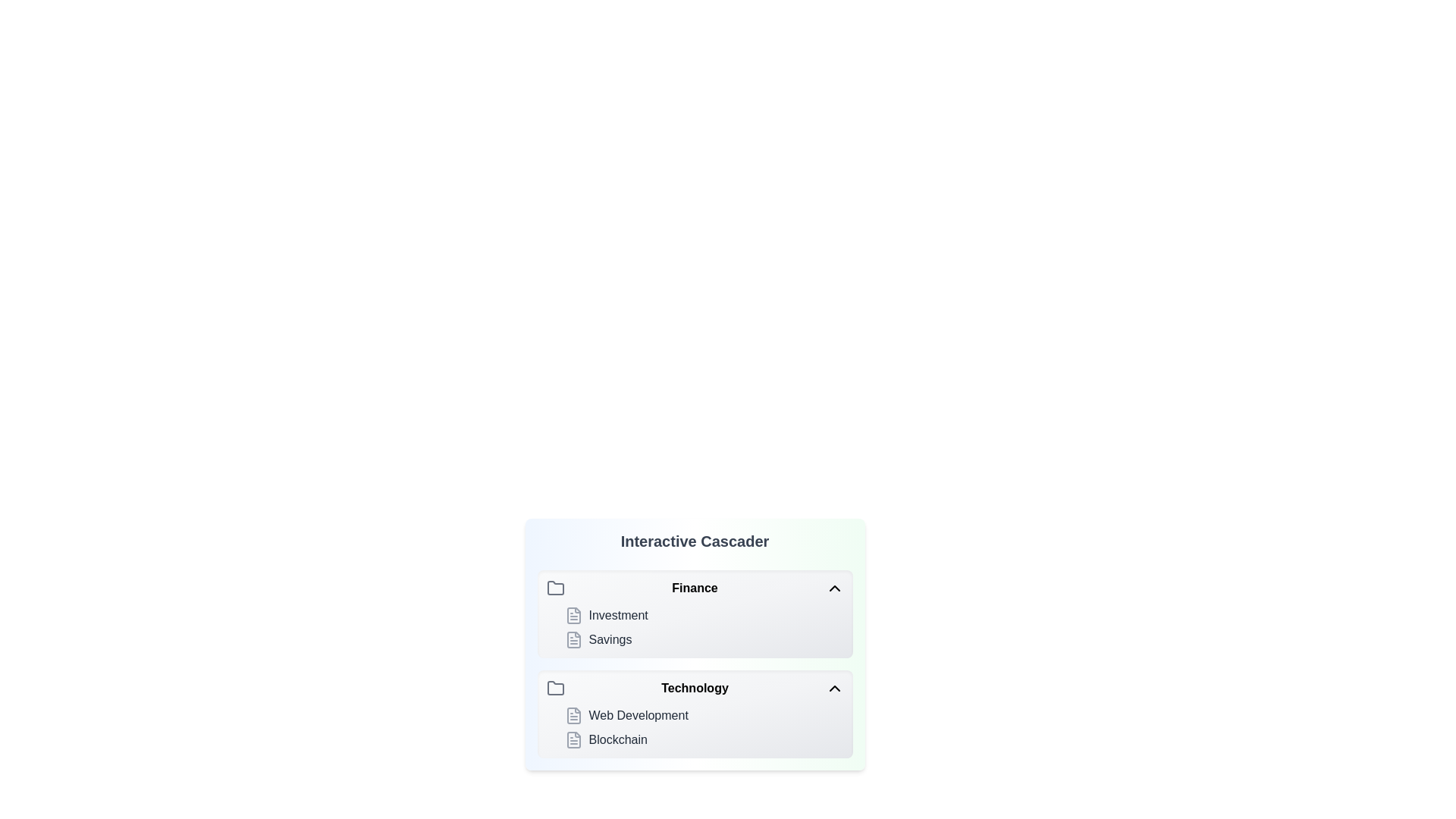  Describe the element at coordinates (694, 688) in the screenshot. I see `the collapsible header for the 'Technology' section` at that location.